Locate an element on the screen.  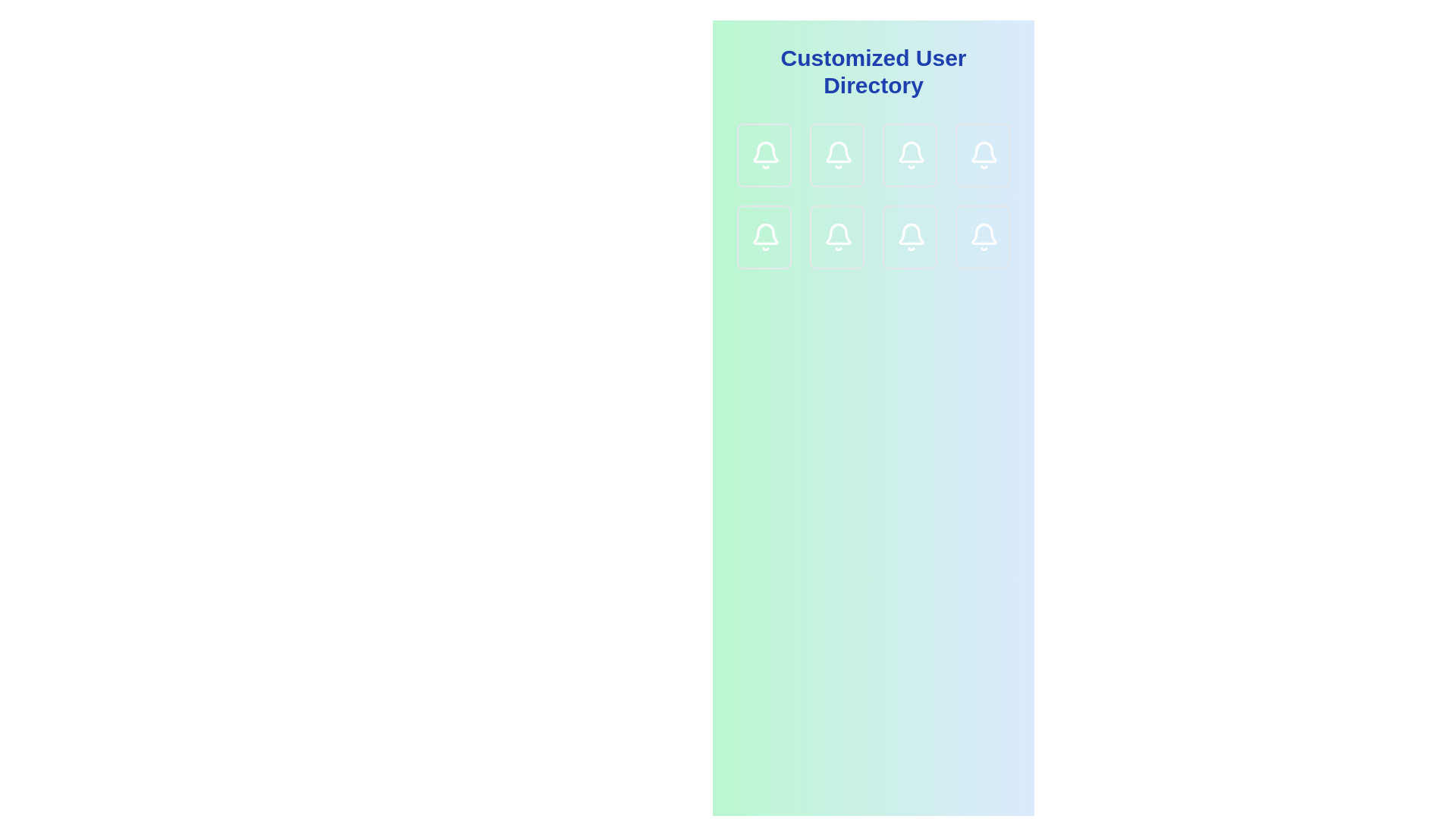
the notification button represented by a bell icon located in the top row, third column of a 4-column layout grid is located at coordinates (910, 155).